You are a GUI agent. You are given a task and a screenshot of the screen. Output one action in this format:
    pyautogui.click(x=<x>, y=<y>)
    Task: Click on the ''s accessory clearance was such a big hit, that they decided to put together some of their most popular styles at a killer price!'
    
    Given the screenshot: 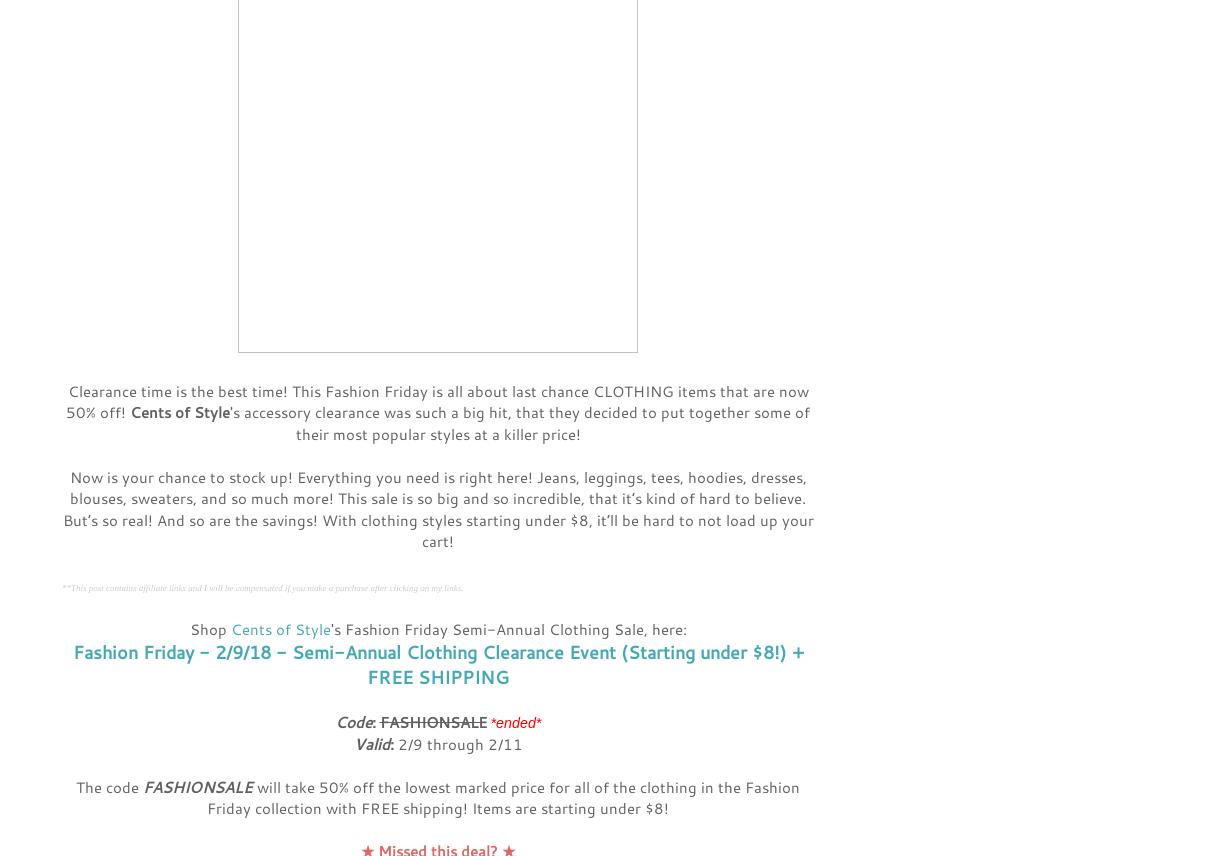 What is the action you would take?
    pyautogui.click(x=519, y=421)
    